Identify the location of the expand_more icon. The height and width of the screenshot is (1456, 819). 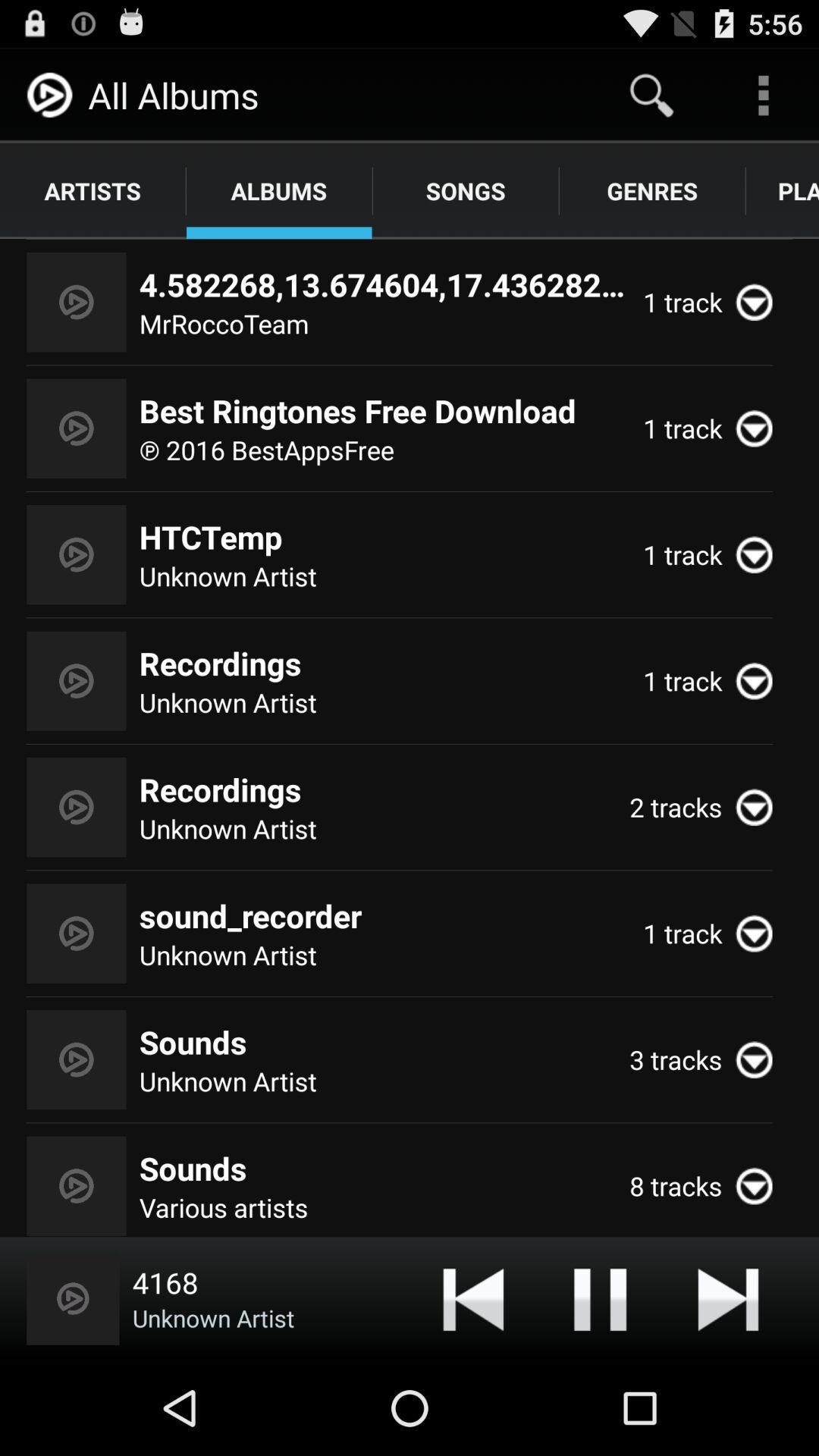
(761, 999).